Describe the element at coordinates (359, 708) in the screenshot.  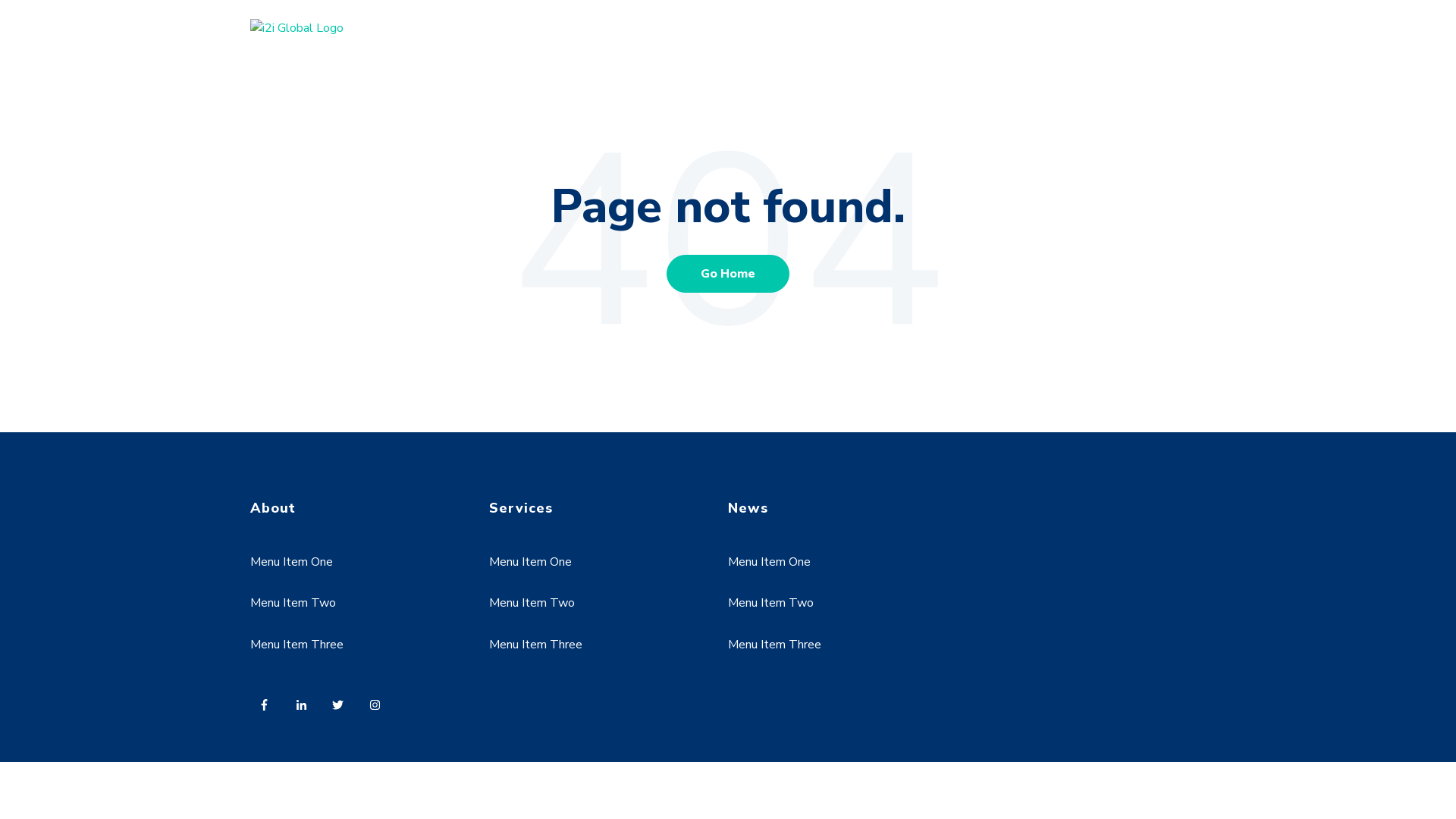
I see `'Follow us on Instagram'` at that location.